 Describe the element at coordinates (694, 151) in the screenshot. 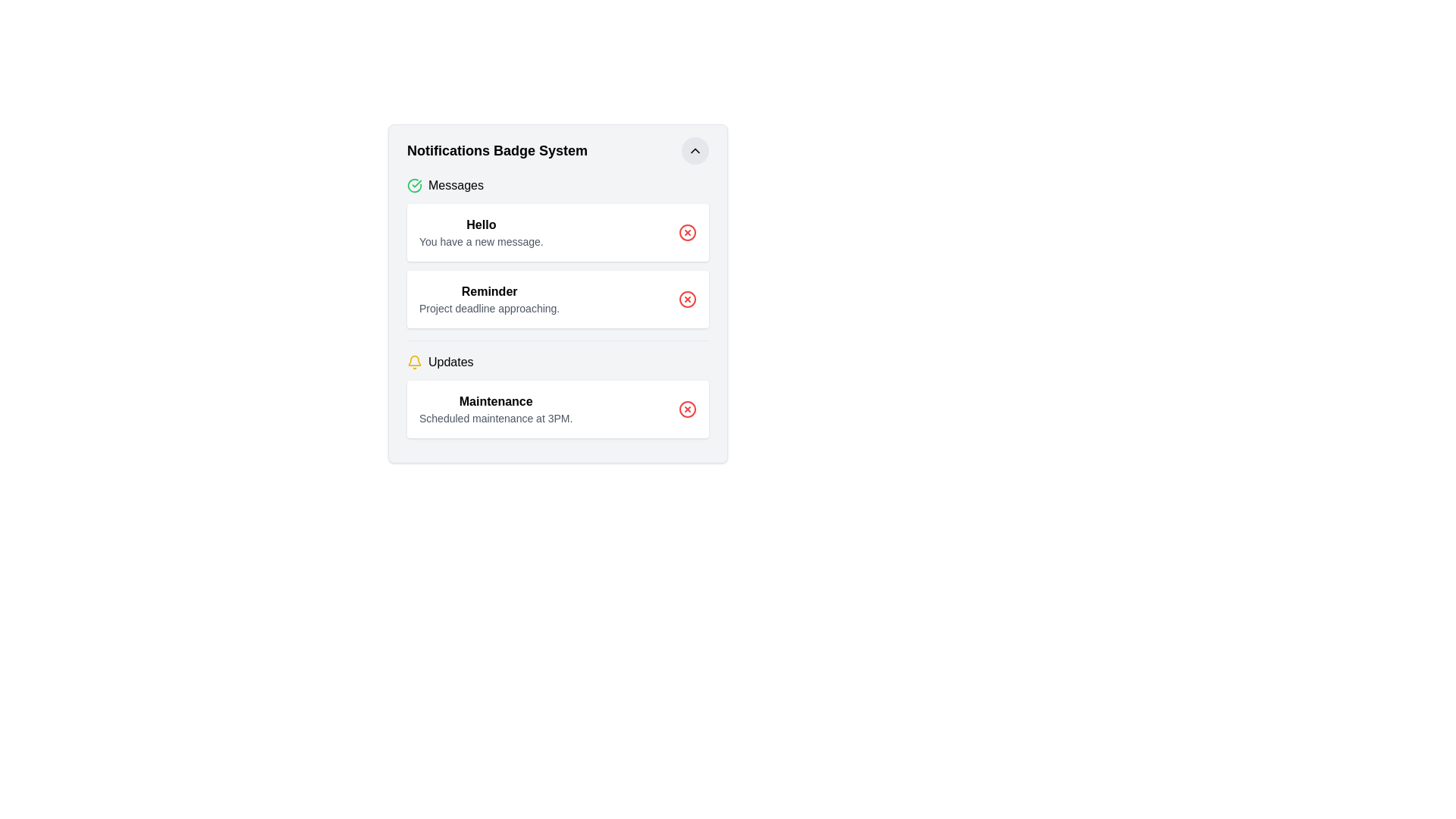

I see `the circular button with a light gray background and a black chevron icon pointing upwards, located at the rightmost part of the header section titled 'Notifications Badge System'` at that location.